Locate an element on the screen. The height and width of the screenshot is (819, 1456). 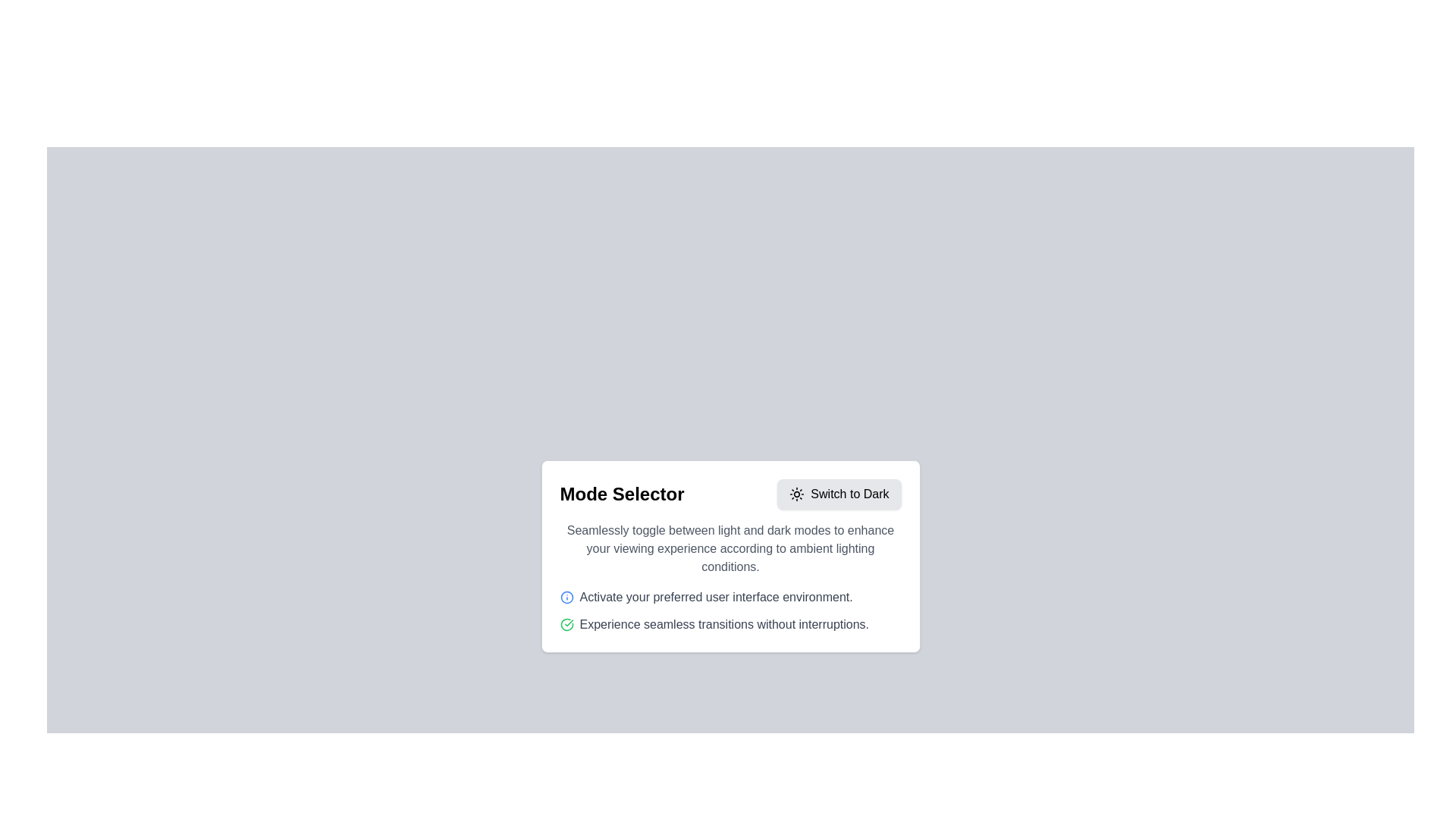
the 'Switch to Dark' button, which has a light gray background and is styled with rounded corners is located at coordinates (838, 494).